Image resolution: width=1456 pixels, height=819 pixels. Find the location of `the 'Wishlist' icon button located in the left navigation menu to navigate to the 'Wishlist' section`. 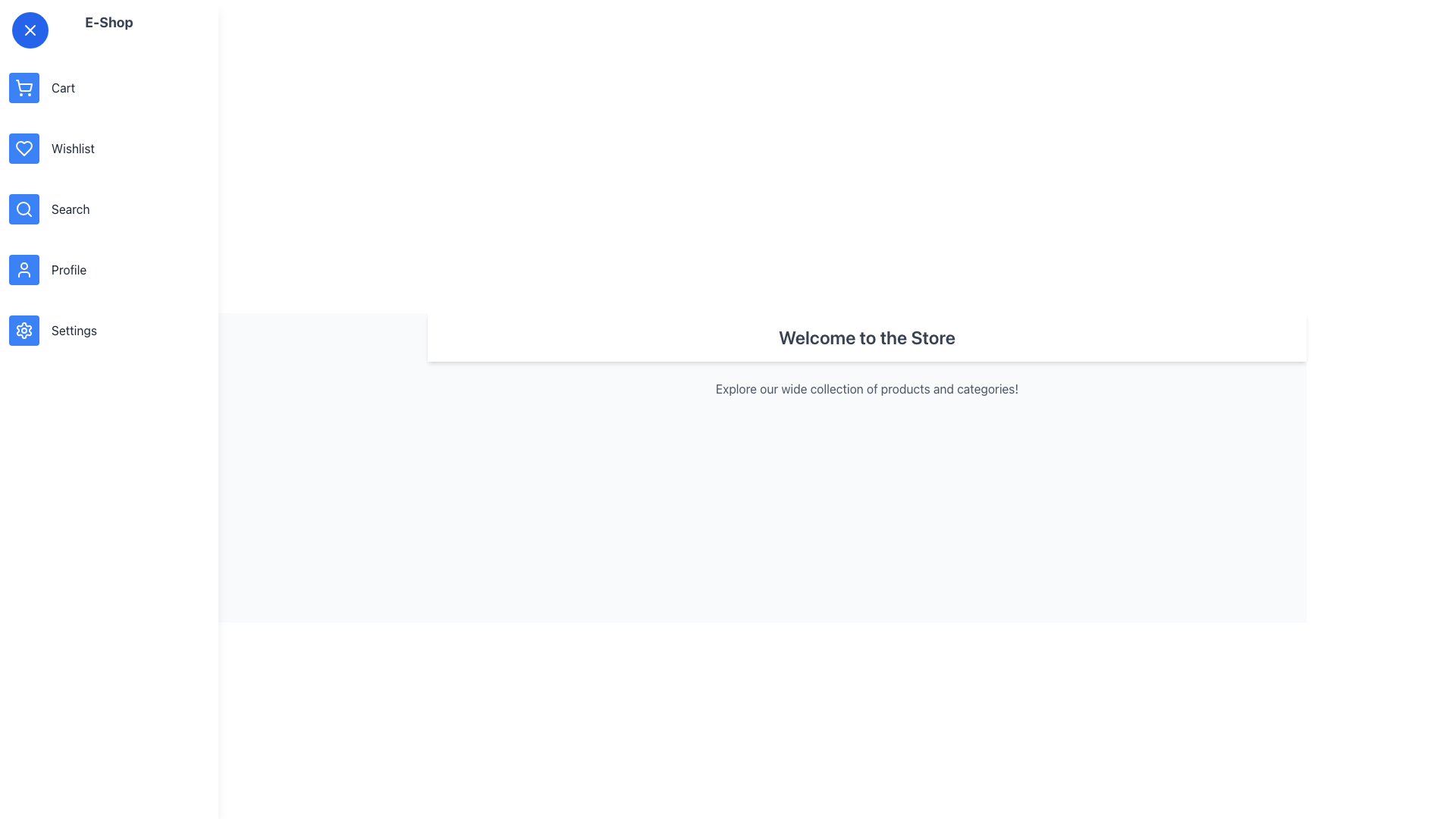

the 'Wishlist' icon button located in the left navigation menu to navigate to the 'Wishlist' section is located at coordinates (24, 149).